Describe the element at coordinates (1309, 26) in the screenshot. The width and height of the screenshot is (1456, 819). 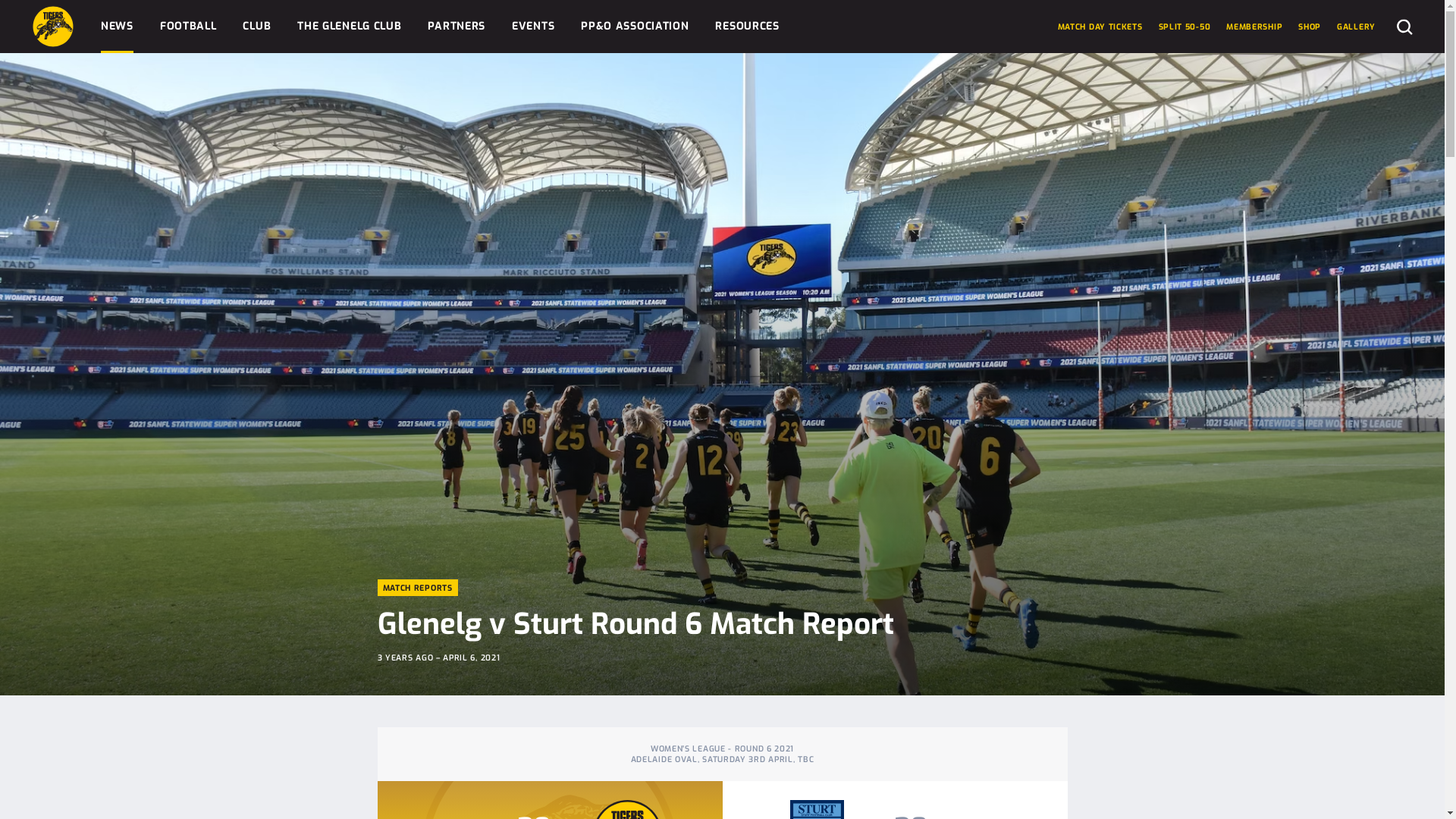
I see `'SHOP'` at that location.